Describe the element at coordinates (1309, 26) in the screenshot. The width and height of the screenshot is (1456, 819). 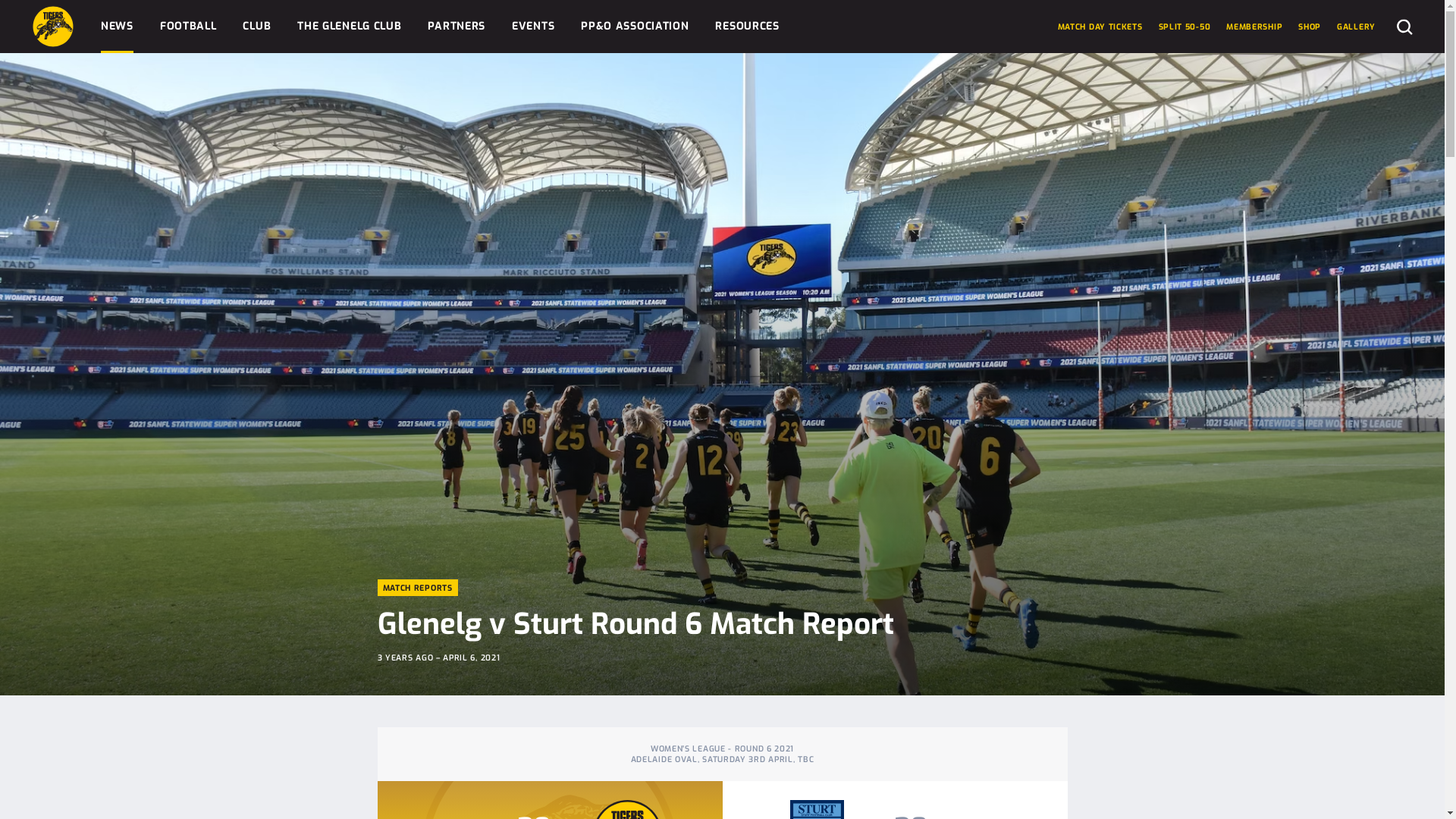
I see `'SHOP'` at that location.